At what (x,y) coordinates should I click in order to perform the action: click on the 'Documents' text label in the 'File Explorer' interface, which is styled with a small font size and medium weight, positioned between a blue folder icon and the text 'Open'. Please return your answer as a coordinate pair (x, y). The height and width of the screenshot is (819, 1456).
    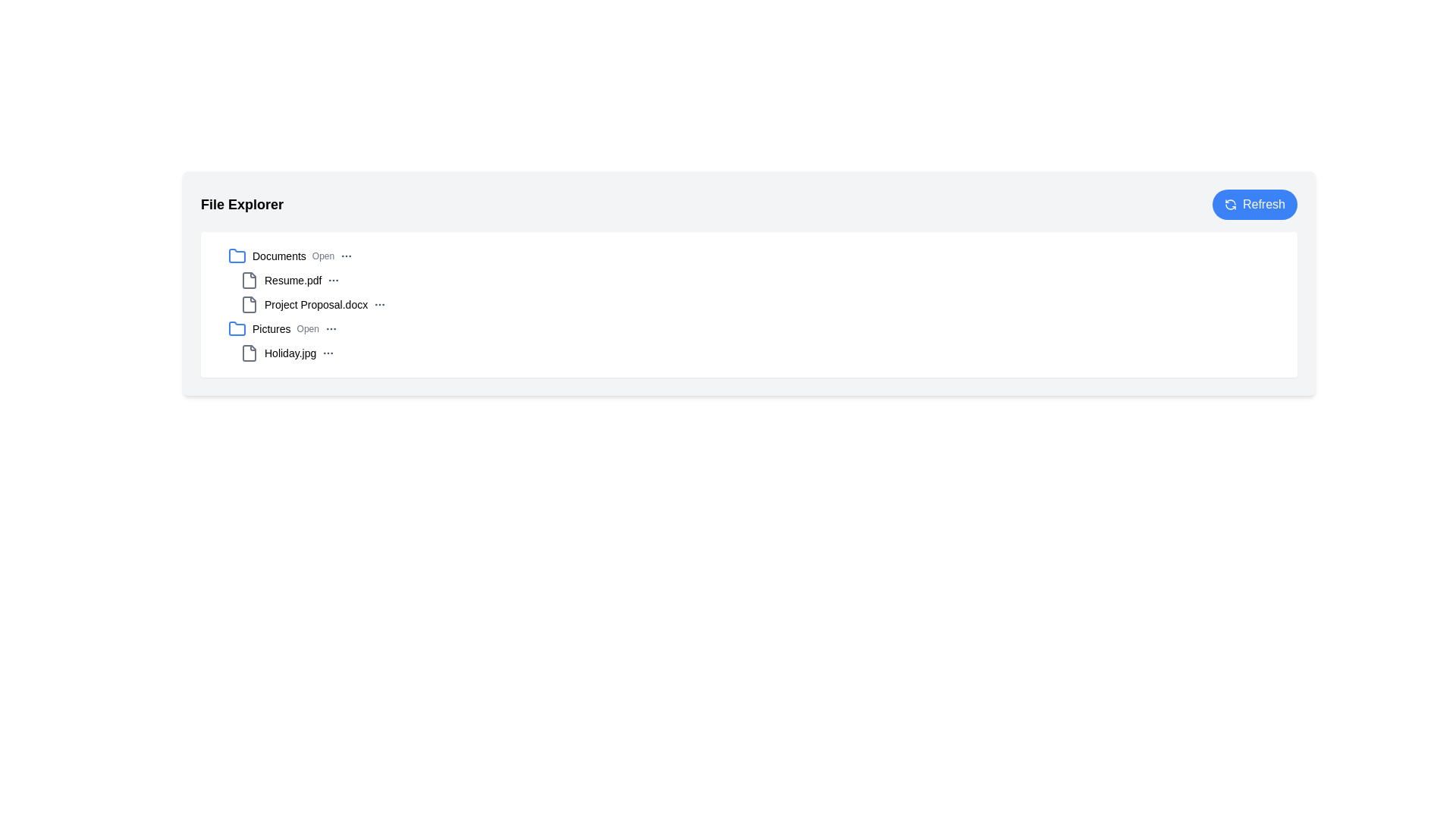
    Looking at the image, I should click on (279, 256).